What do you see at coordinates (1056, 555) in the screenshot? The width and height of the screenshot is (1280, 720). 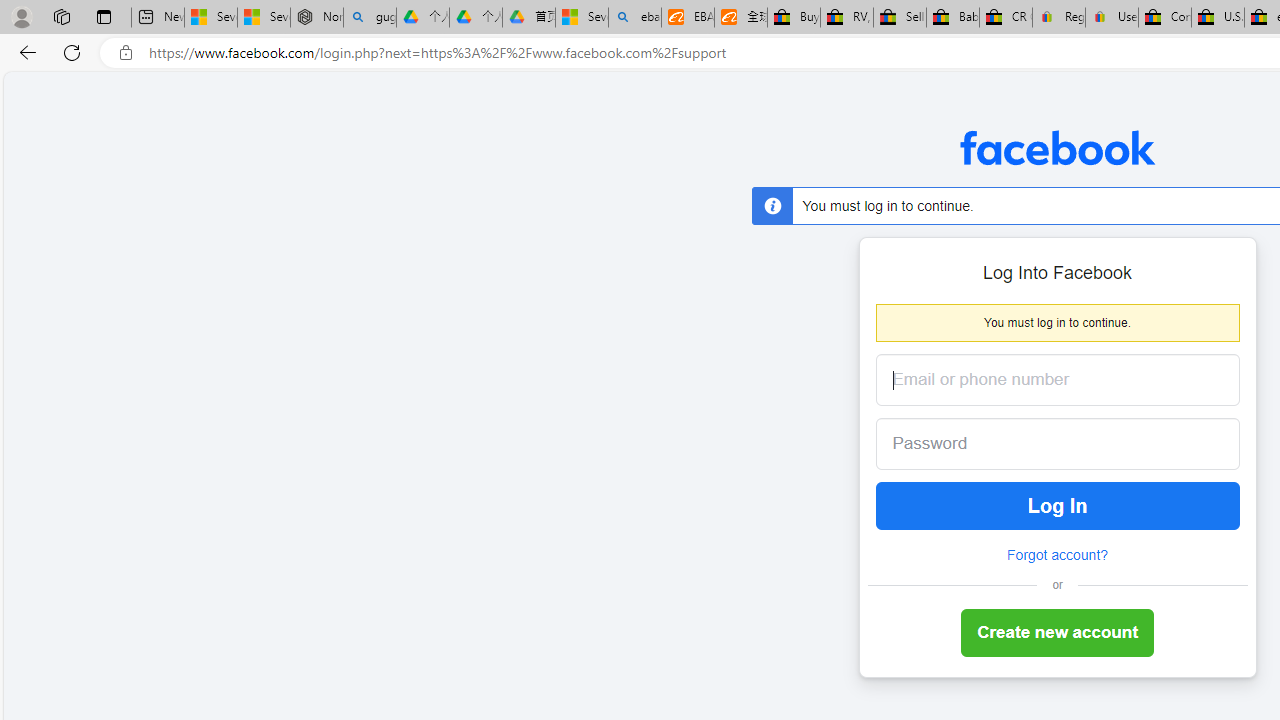 I see `'Forgot account?'` at bounding box center [1056, 555].